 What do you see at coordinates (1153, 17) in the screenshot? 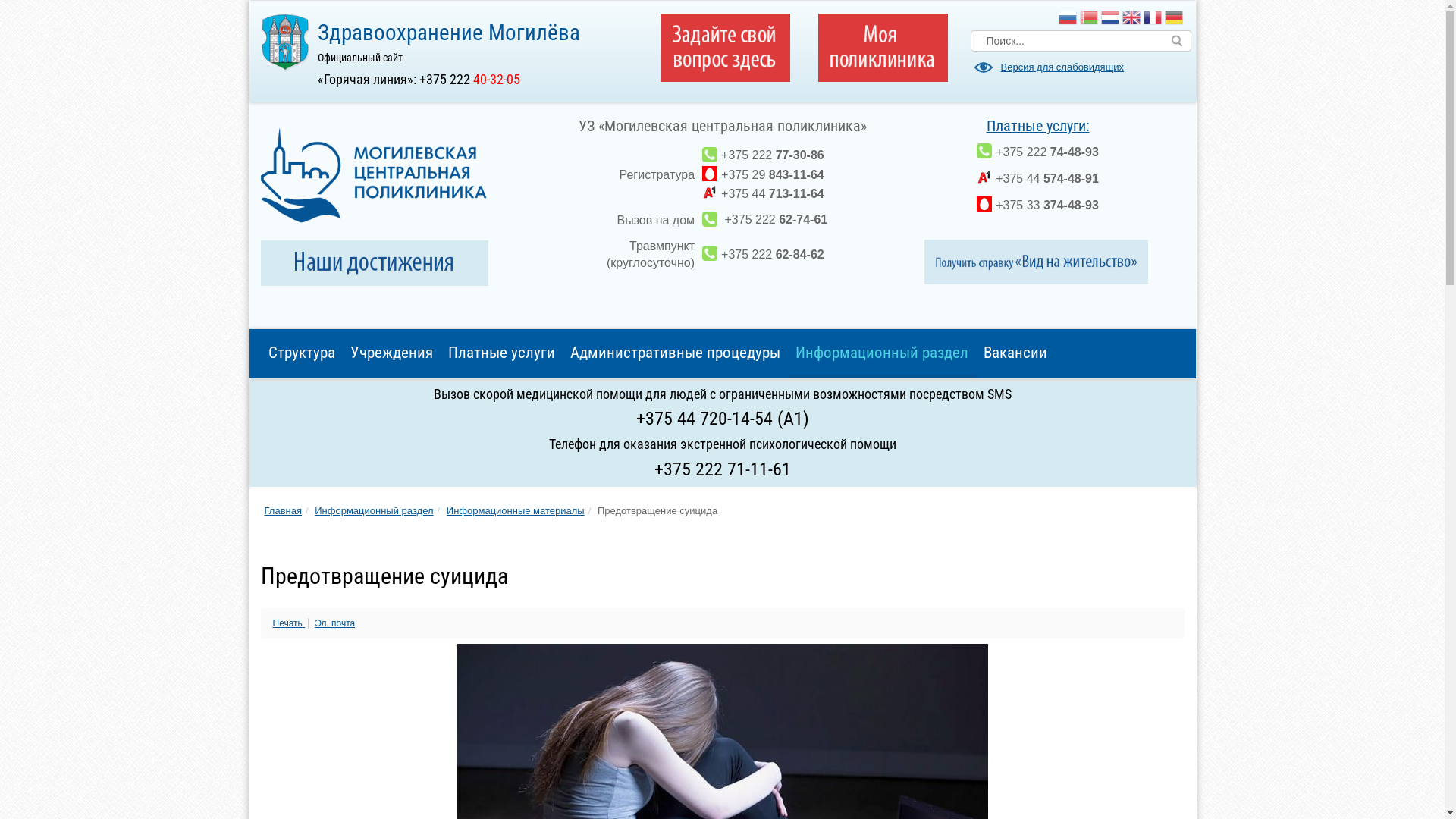
I see `'French'` at bounding box center [1153, 17].